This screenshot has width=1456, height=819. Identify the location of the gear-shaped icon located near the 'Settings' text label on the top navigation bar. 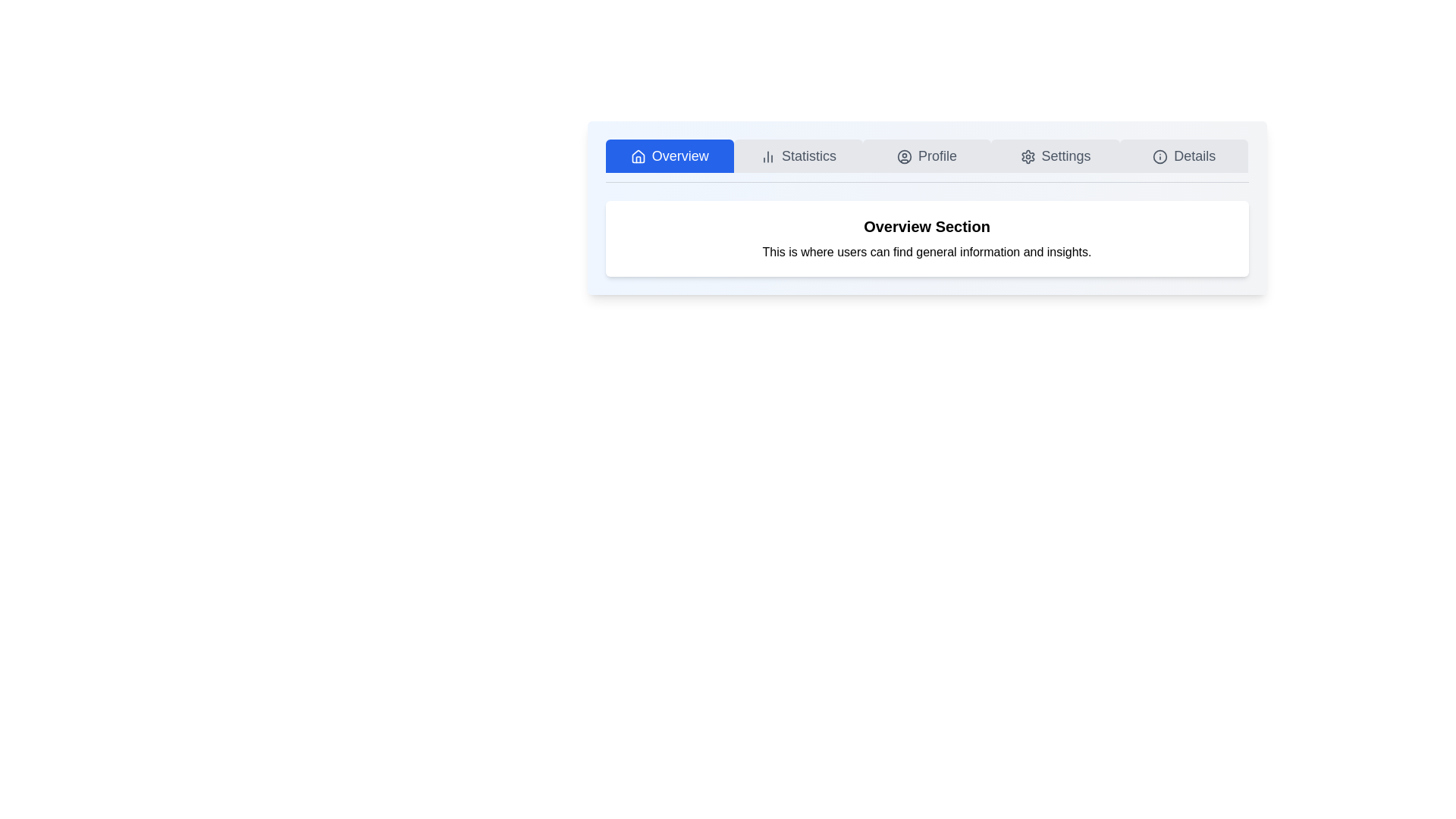
(1028, 157).